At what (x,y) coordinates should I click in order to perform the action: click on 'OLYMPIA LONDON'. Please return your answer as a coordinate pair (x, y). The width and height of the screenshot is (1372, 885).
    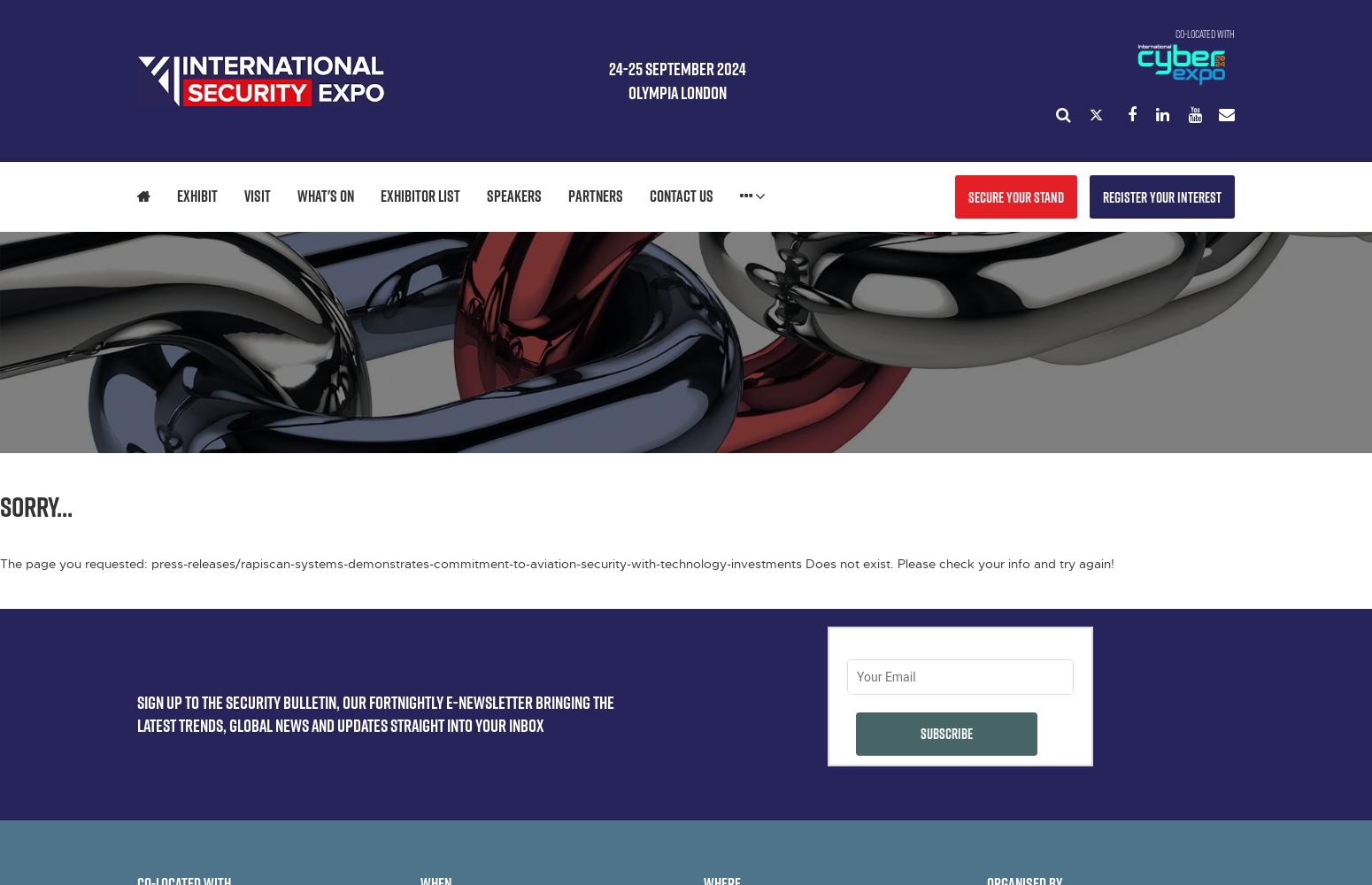
    Looking at the image, I should click on (676, 91).